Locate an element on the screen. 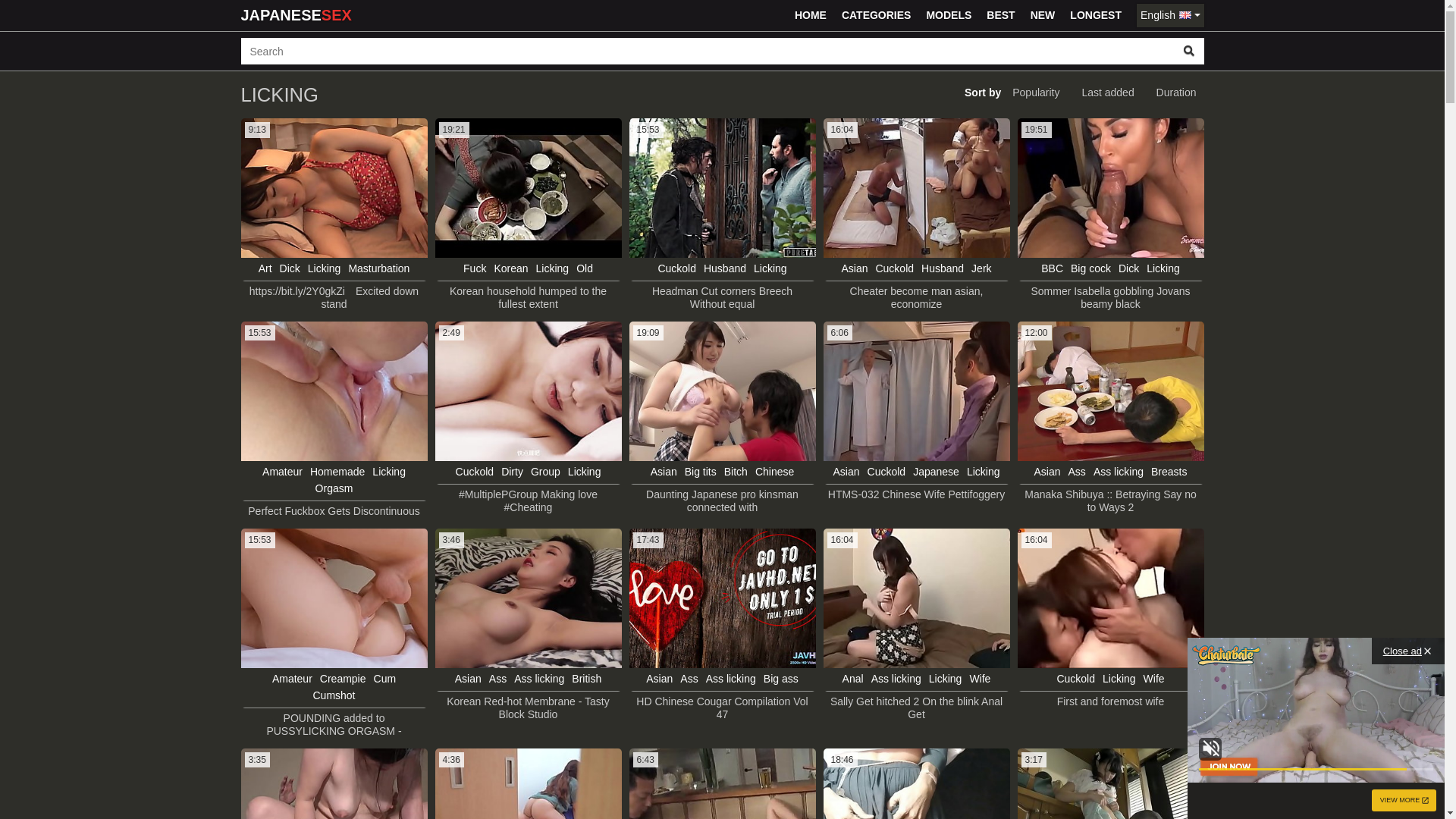 The height and width of the screenshot is (819, 1456). '#MultiplePGroup Making love #Cheating' is located at coordinates (437, 500).